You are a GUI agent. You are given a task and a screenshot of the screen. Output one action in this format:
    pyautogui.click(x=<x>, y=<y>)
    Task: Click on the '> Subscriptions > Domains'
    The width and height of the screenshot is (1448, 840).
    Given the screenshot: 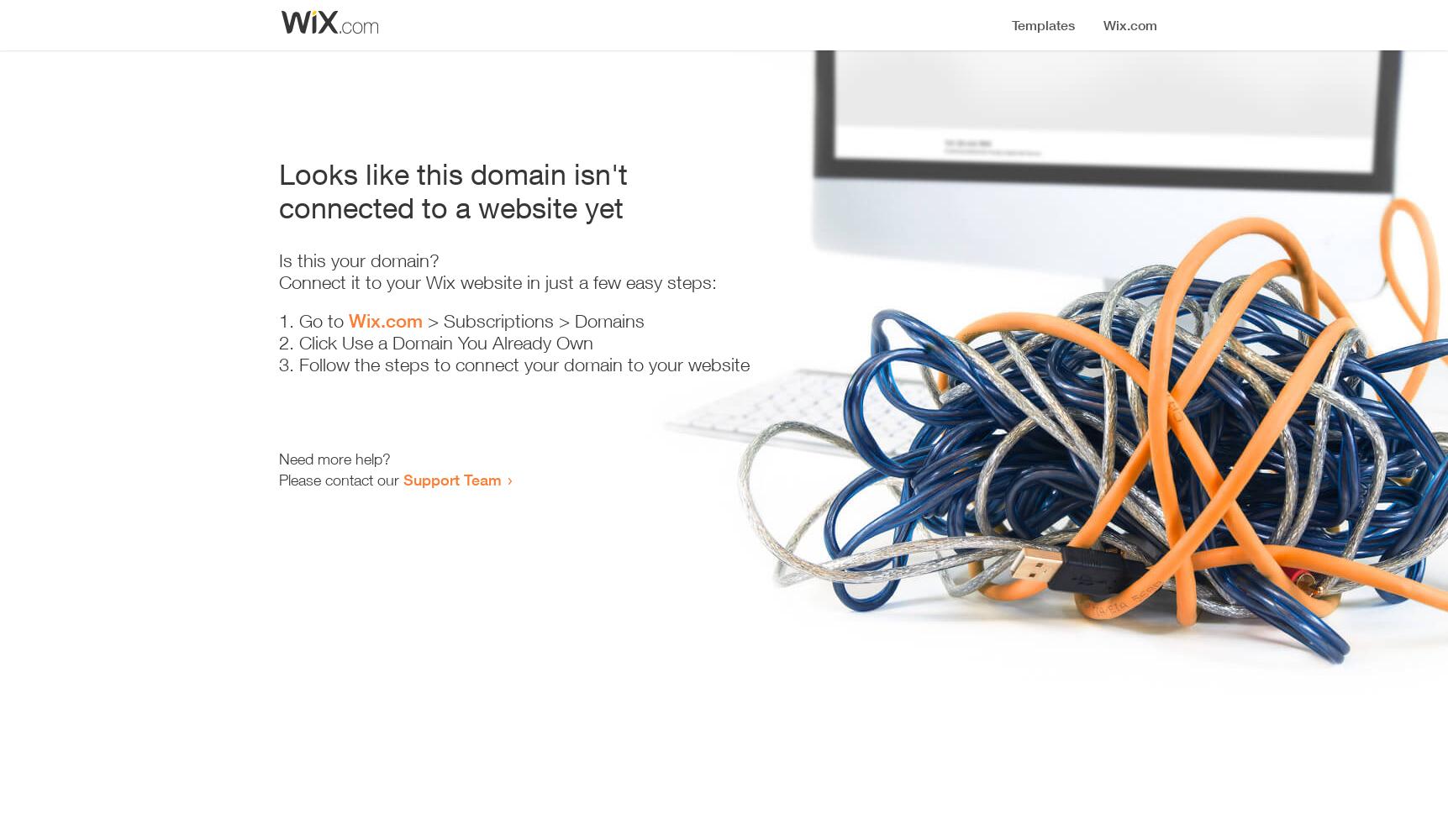 What is the action you would take?
    pyautogui.click(x=532, y=321)
    